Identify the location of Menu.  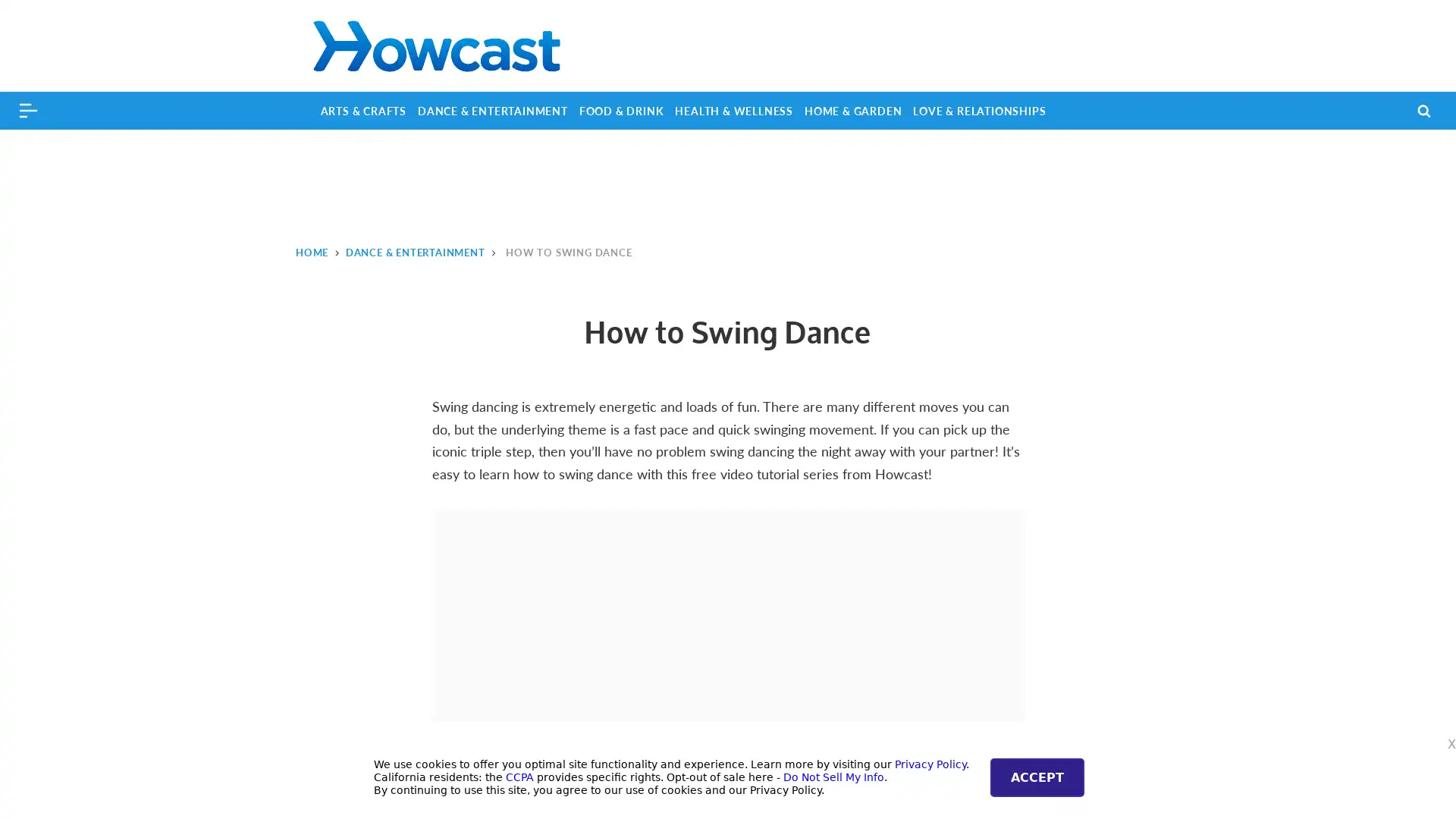
(28, 110).